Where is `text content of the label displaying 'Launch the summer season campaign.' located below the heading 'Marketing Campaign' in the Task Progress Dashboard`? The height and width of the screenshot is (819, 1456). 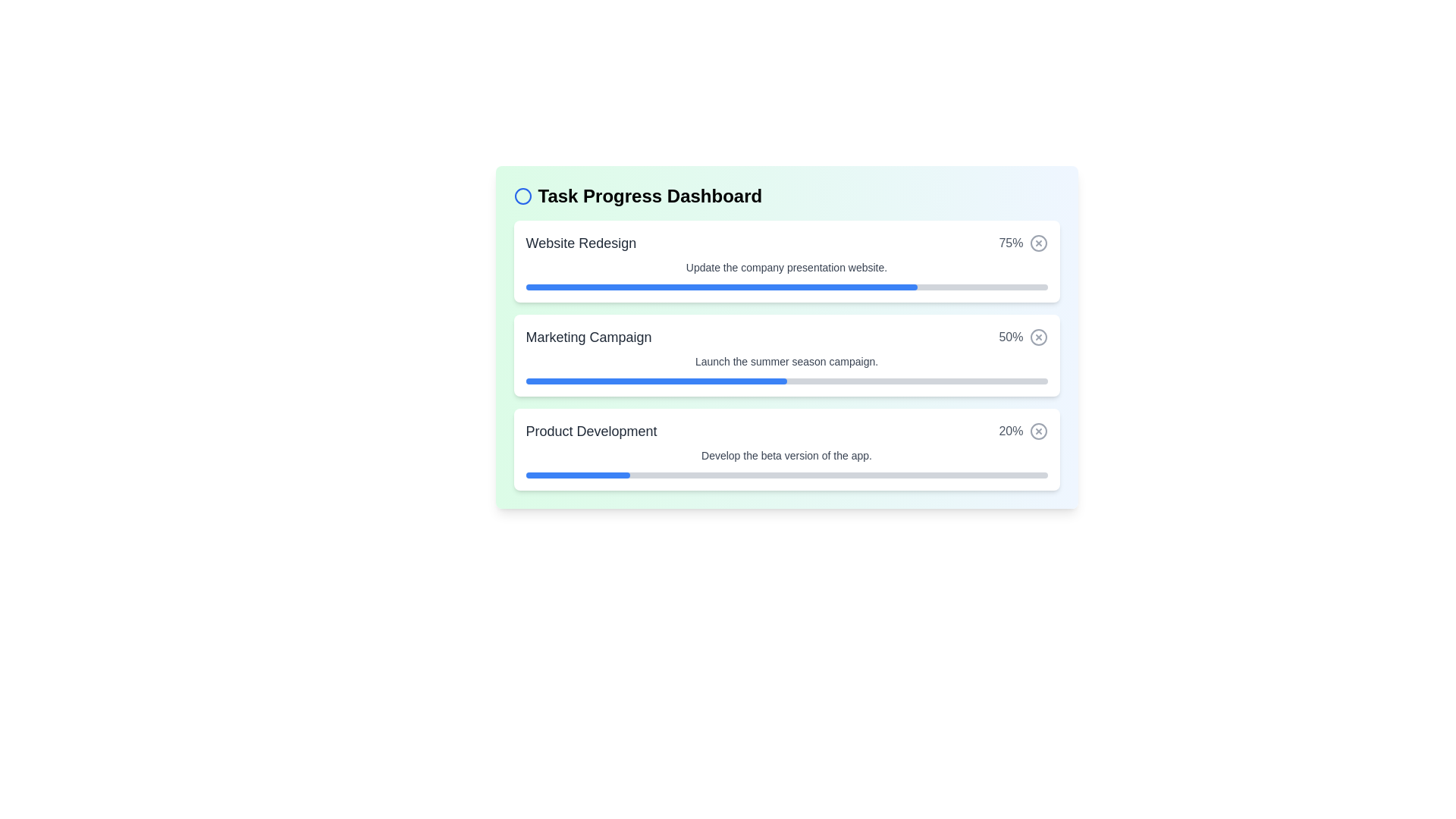
text content of the label displaying 'Launch the summer season campaign.' located below the heading 'Marketing Campaign' in the Task Progress Dashboard is located at coordinates (786, 362).